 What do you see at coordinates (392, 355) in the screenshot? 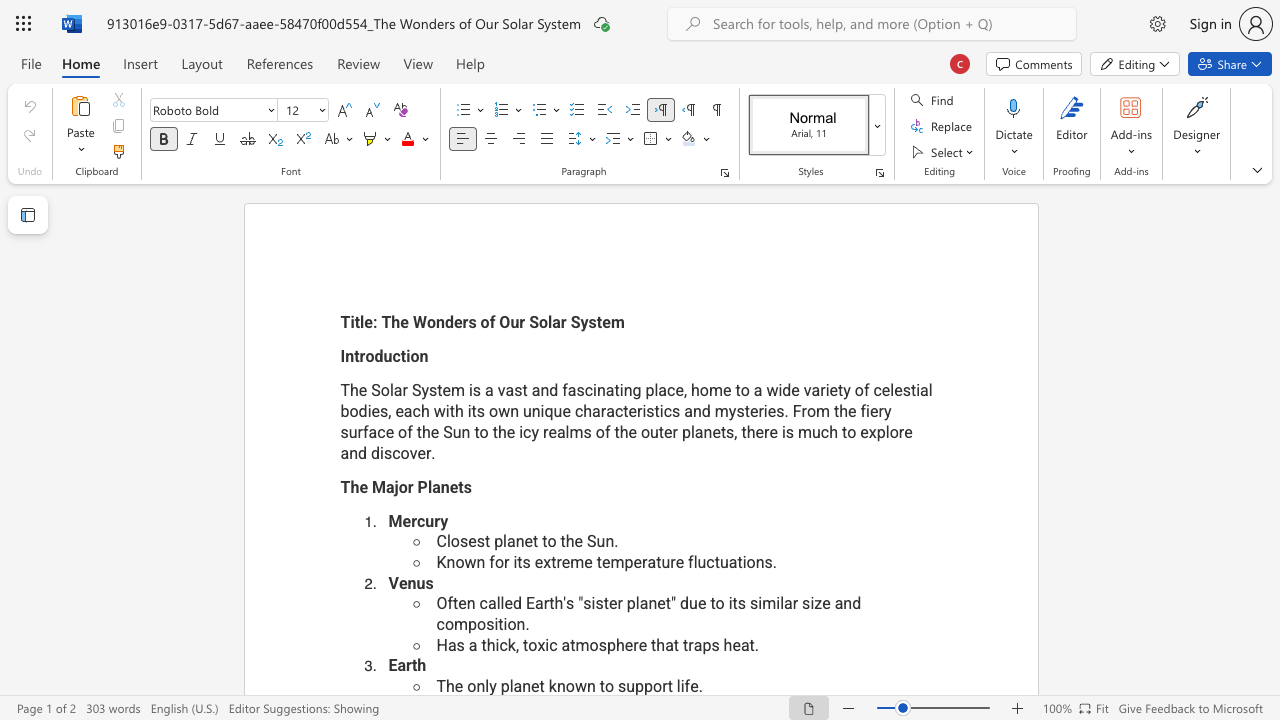
I see `the space between the continuous character "u" and "c" in the text` at bounding box center [392, 355].